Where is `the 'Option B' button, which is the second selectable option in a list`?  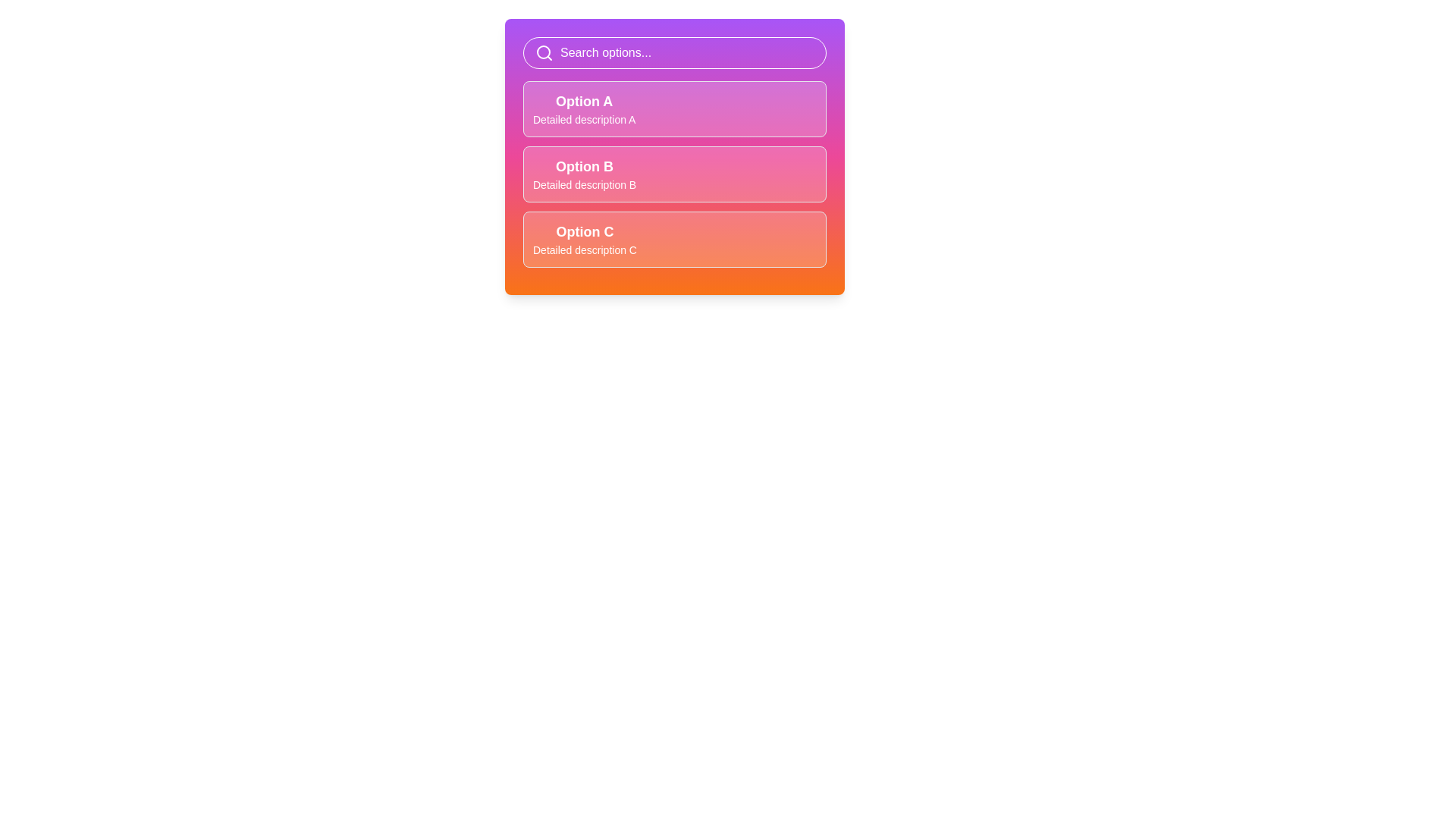
the 'Option B' button, which is the second selectable option in a list is located at coordinates (673, 157).